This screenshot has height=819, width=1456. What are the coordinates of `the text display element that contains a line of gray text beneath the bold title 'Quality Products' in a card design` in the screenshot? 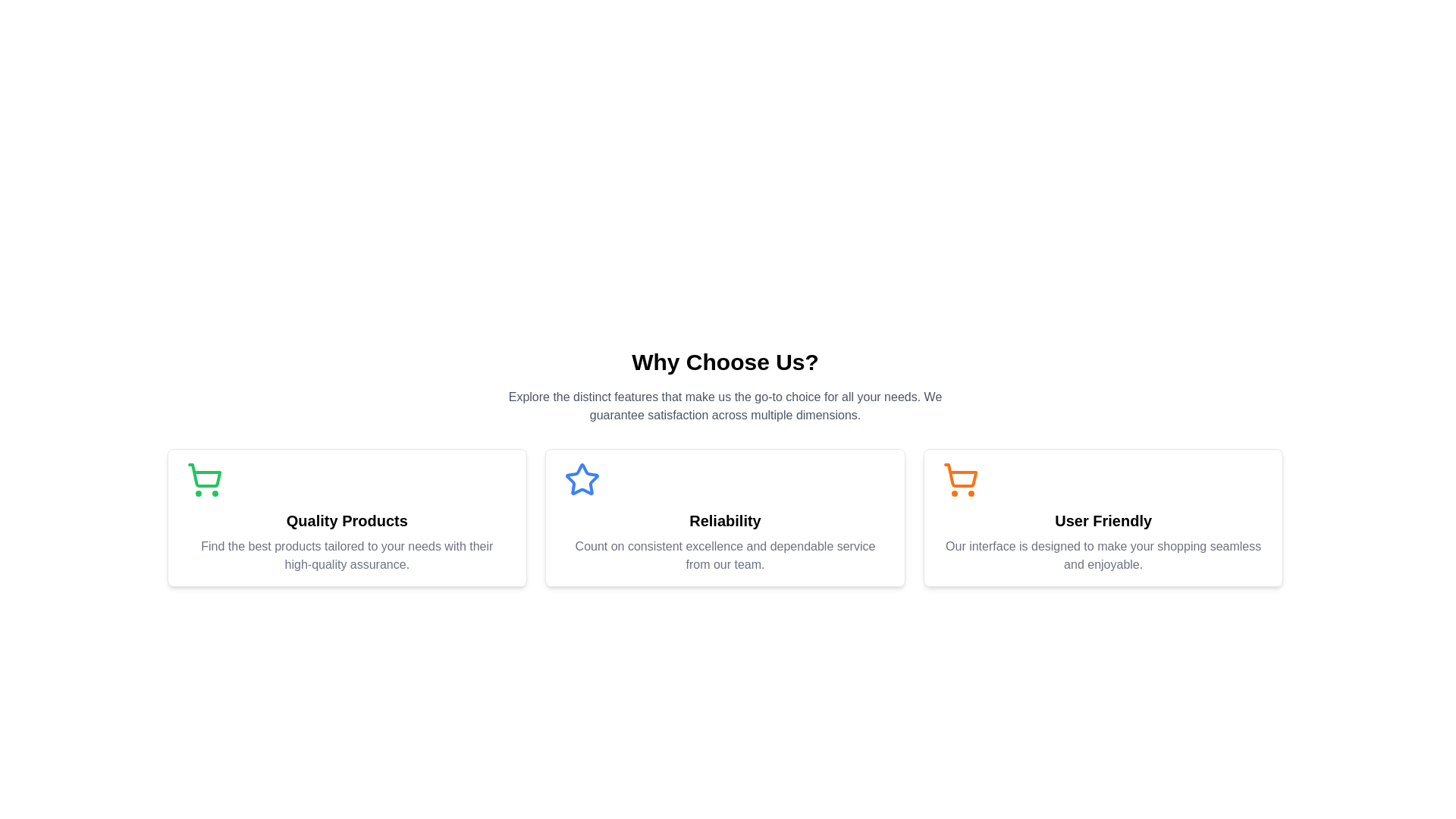 It's located at (346, 555).